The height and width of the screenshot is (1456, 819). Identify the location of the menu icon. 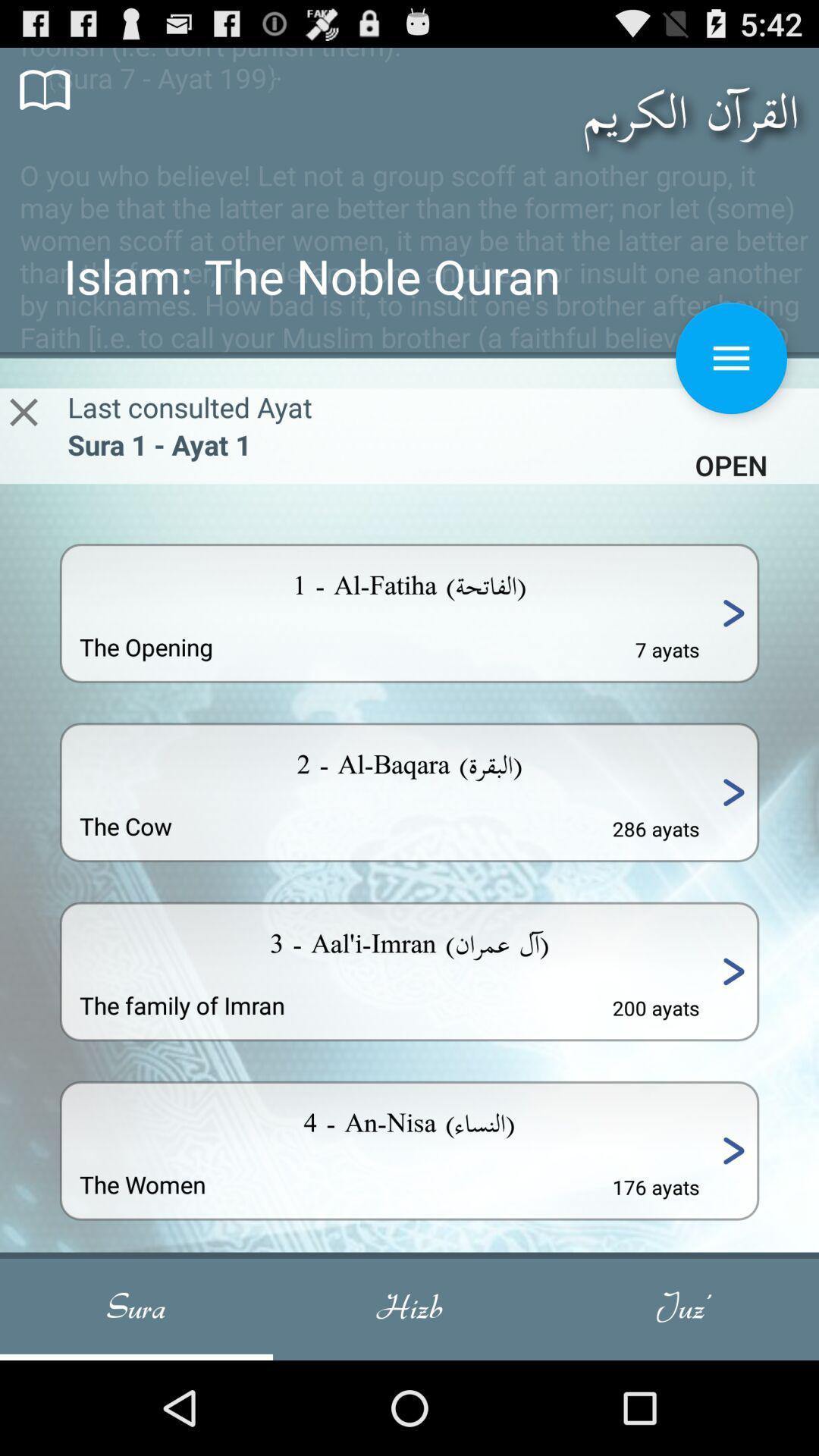
(730, 383).